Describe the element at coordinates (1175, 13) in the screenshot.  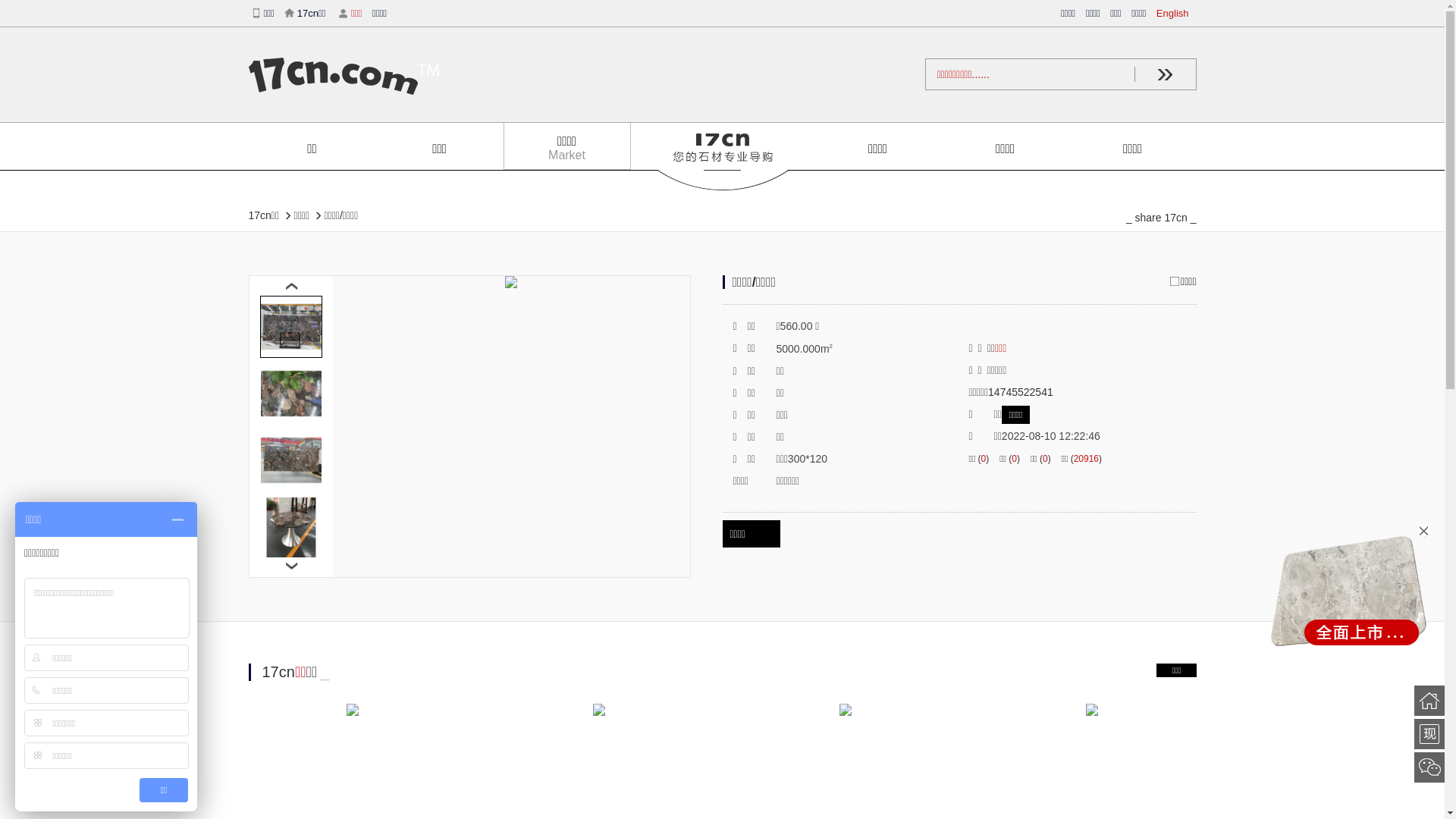
I see `'English'` at that location.